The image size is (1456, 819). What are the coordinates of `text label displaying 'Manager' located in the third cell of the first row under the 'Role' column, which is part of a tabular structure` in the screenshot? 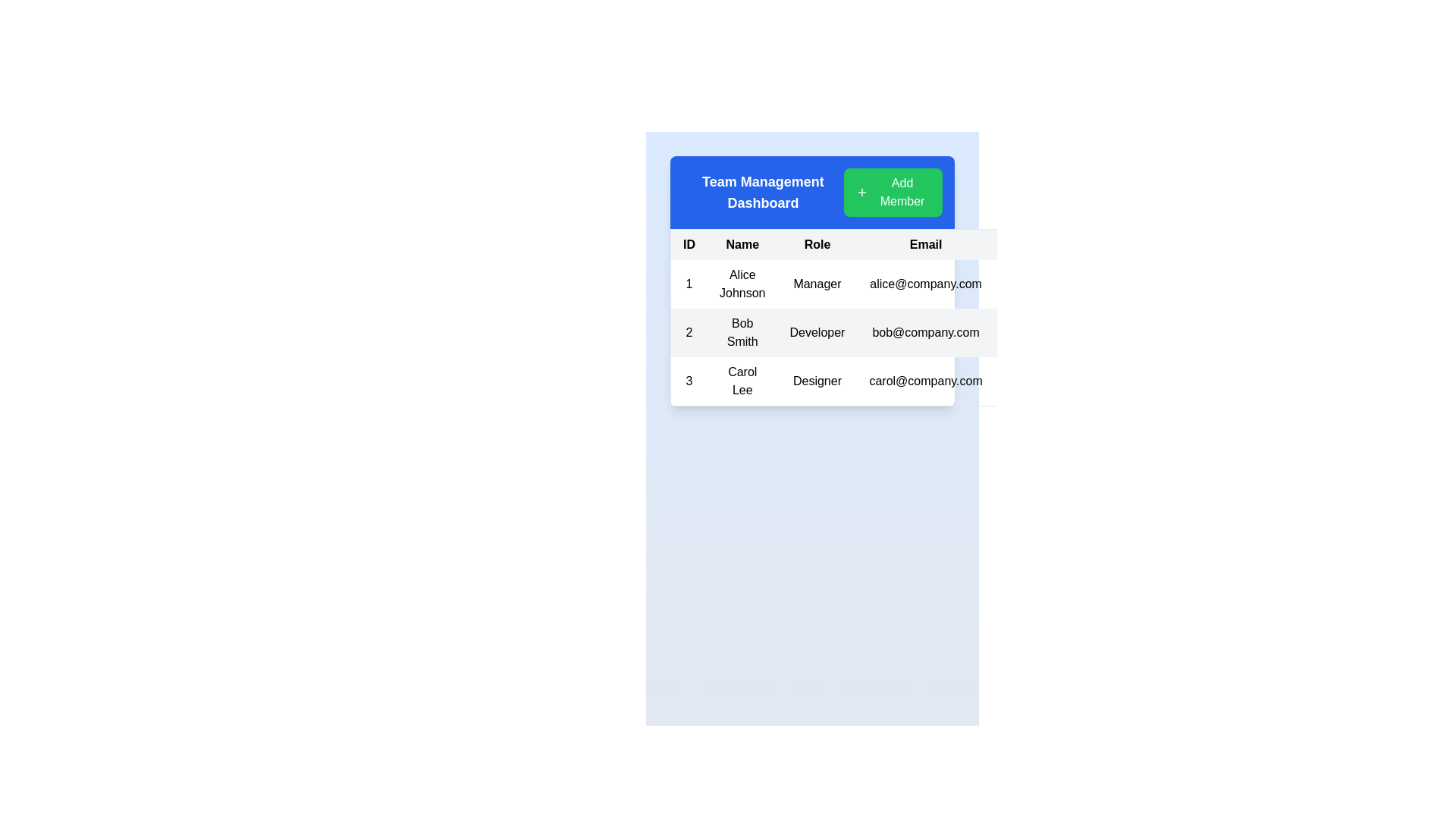 It's located at (816, 284).